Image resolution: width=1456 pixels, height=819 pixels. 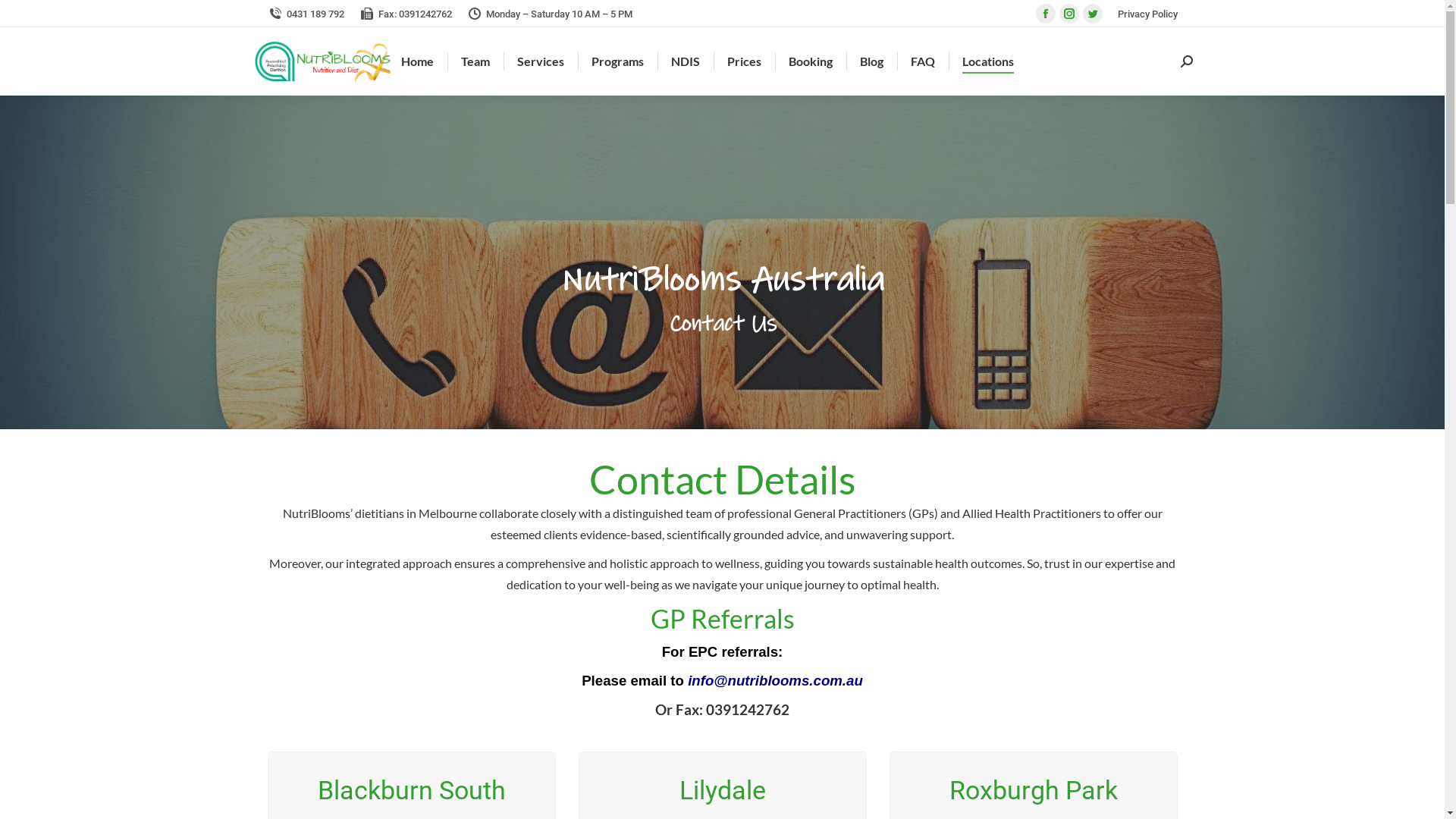 I want to click on 'FAQ', so click(x=922, y=61).